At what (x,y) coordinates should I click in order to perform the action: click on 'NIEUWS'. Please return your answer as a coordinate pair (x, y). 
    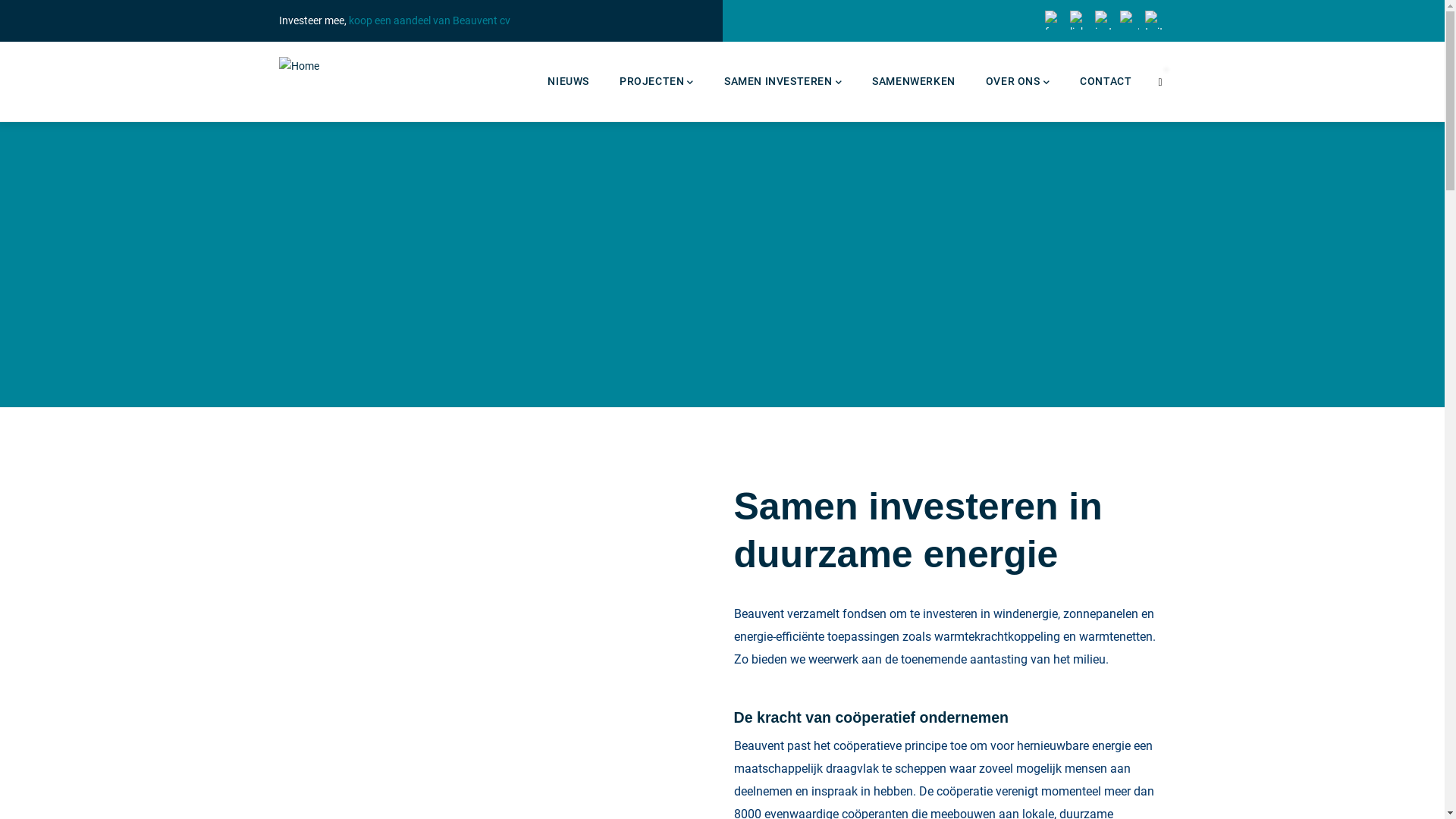
    Looking at the image, I should click on (567, 81).